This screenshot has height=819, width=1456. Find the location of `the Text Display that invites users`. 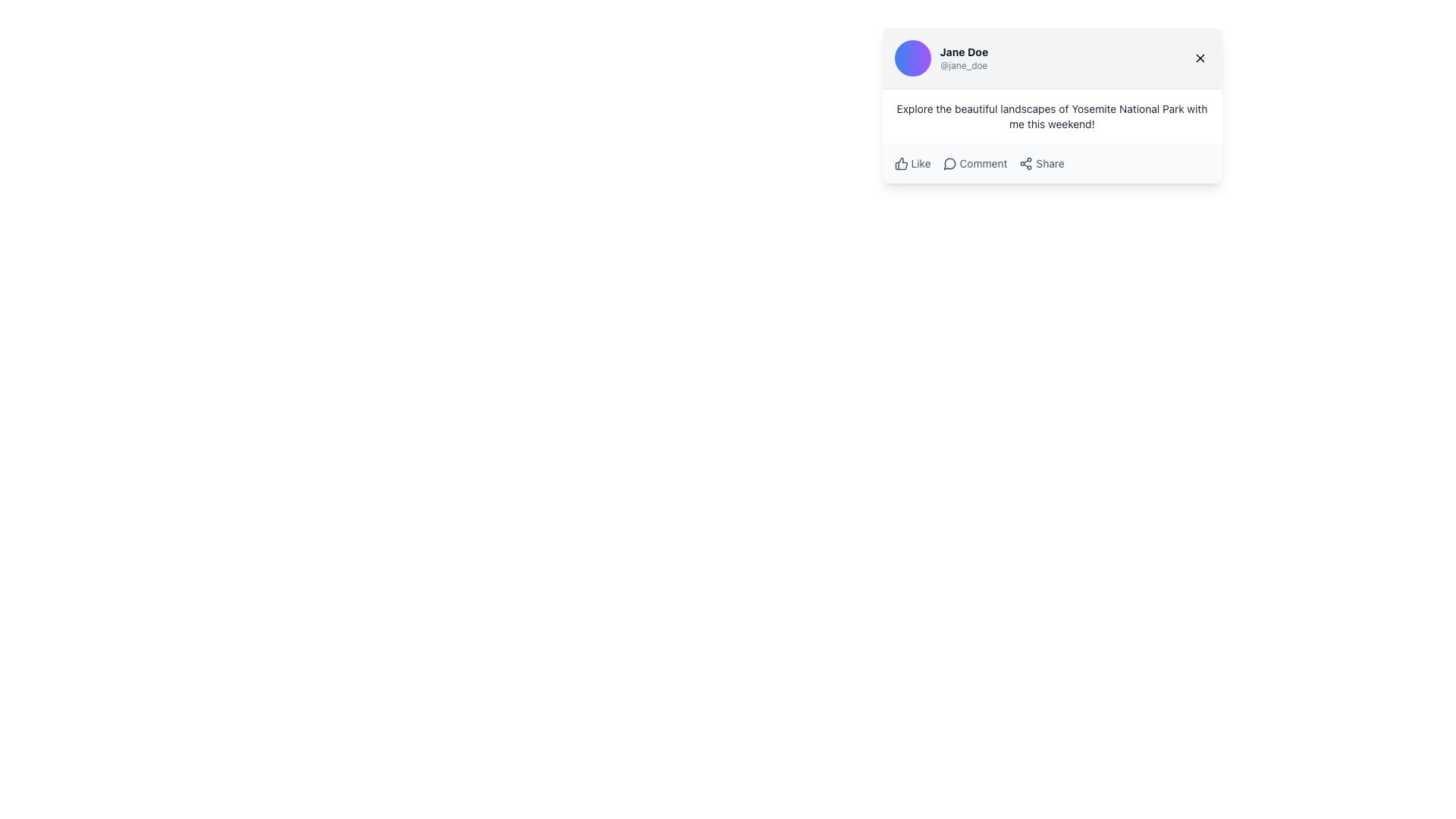

the Text Display that invites users is located at coordinates (1051, 116).